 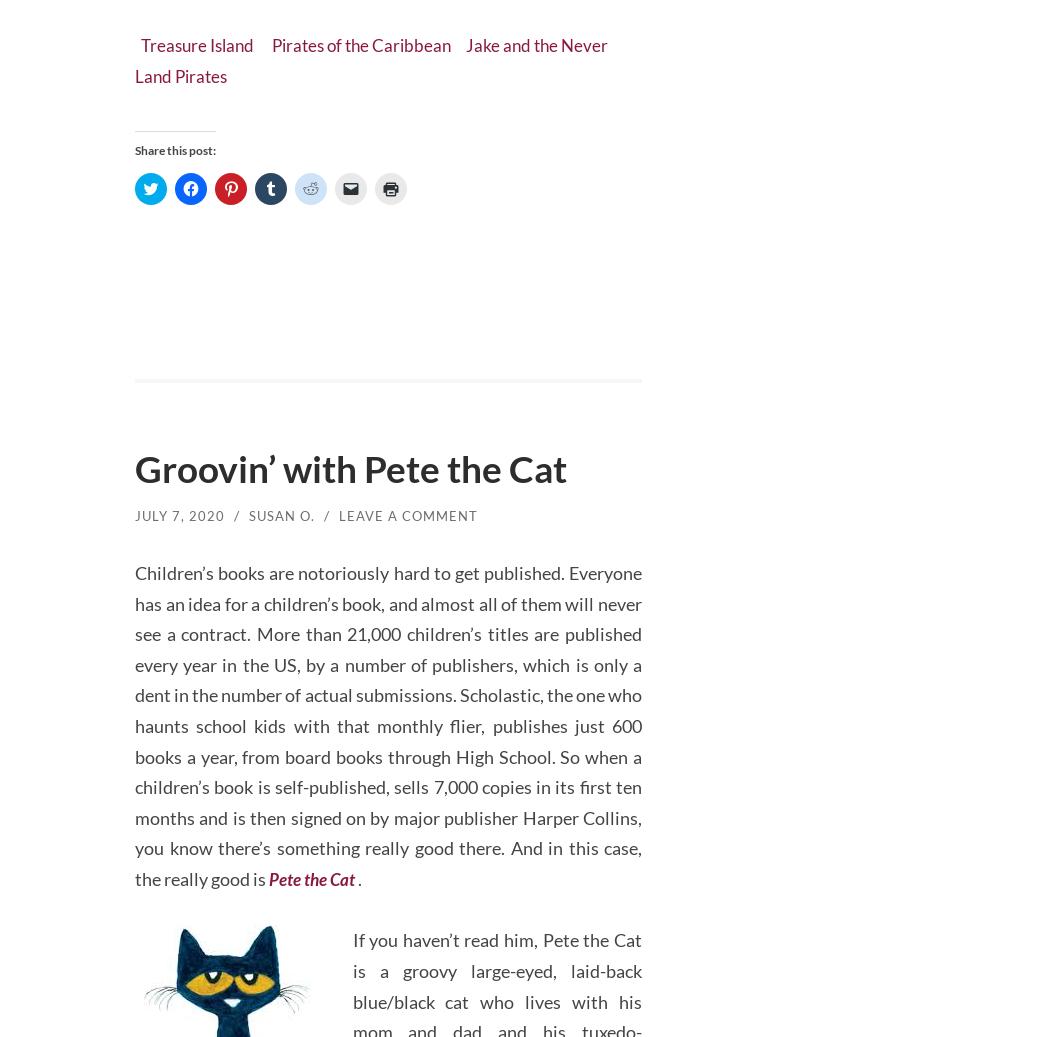 I want to click on 'Jake and the Never Land Pirates', so click(x=381, y=50).